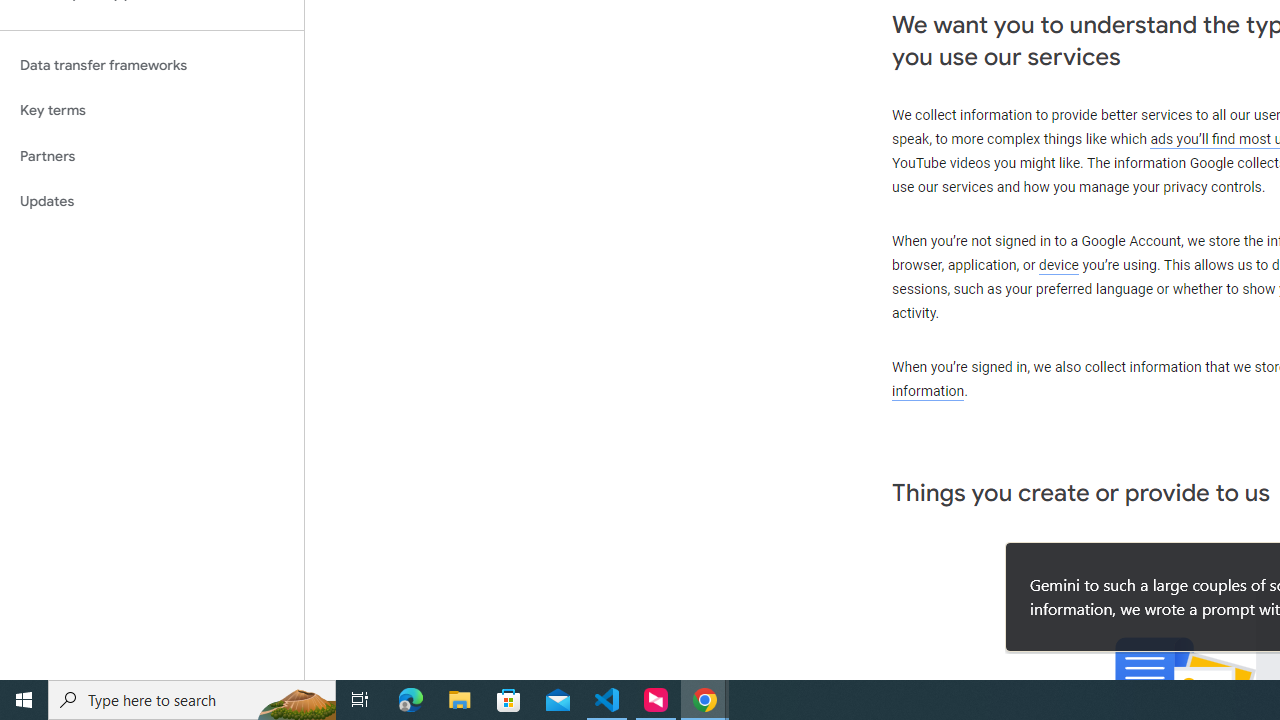 The height and width of the screenshot is (720, 1280). Describe the element at coordinates (151, 201) in the screenshot. I see `'Updates'` at that location.